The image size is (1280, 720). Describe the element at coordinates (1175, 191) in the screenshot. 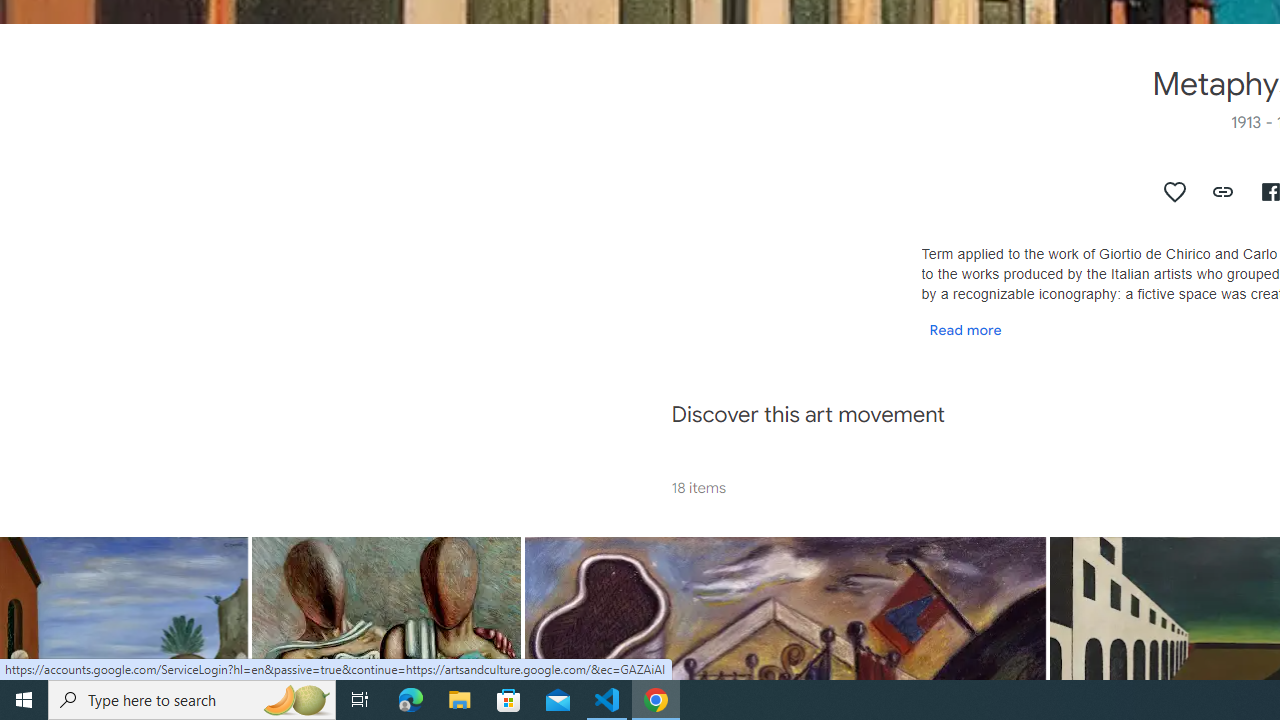

I see `'Authenticate to favorite this asset.'` at that location.